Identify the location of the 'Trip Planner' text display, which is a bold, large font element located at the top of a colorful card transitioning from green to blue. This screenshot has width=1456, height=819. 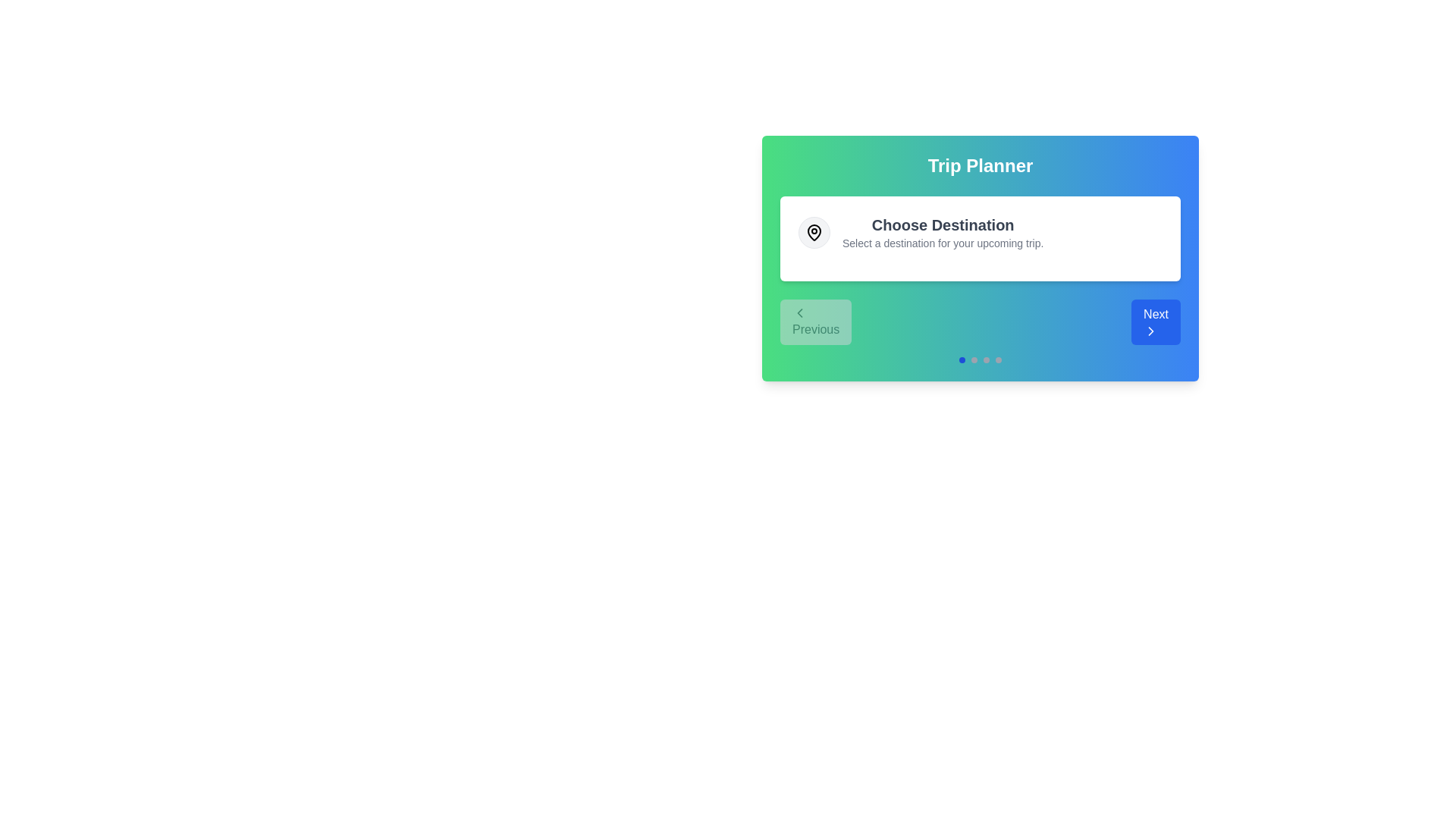
(980, 166).